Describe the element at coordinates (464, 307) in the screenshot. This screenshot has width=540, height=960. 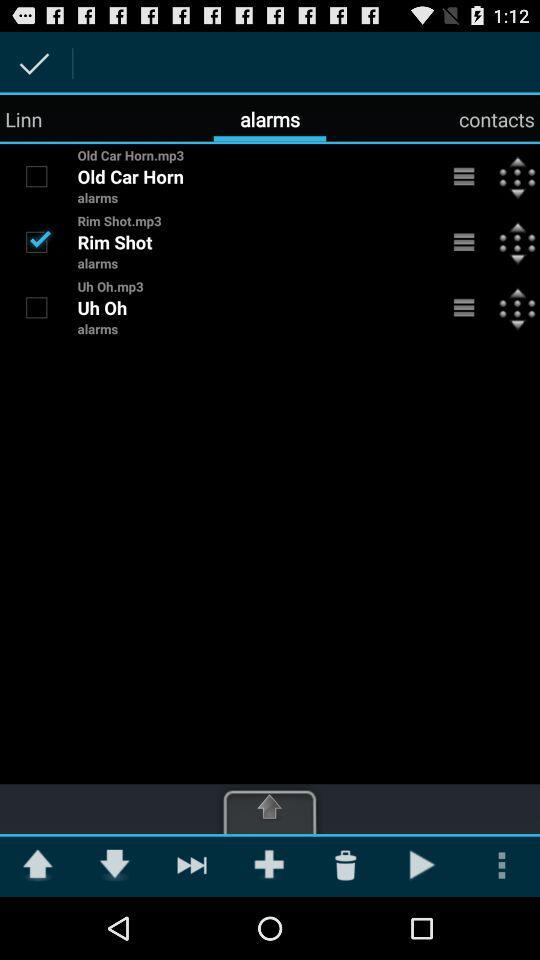
I see `open mp3 menu` at that location.